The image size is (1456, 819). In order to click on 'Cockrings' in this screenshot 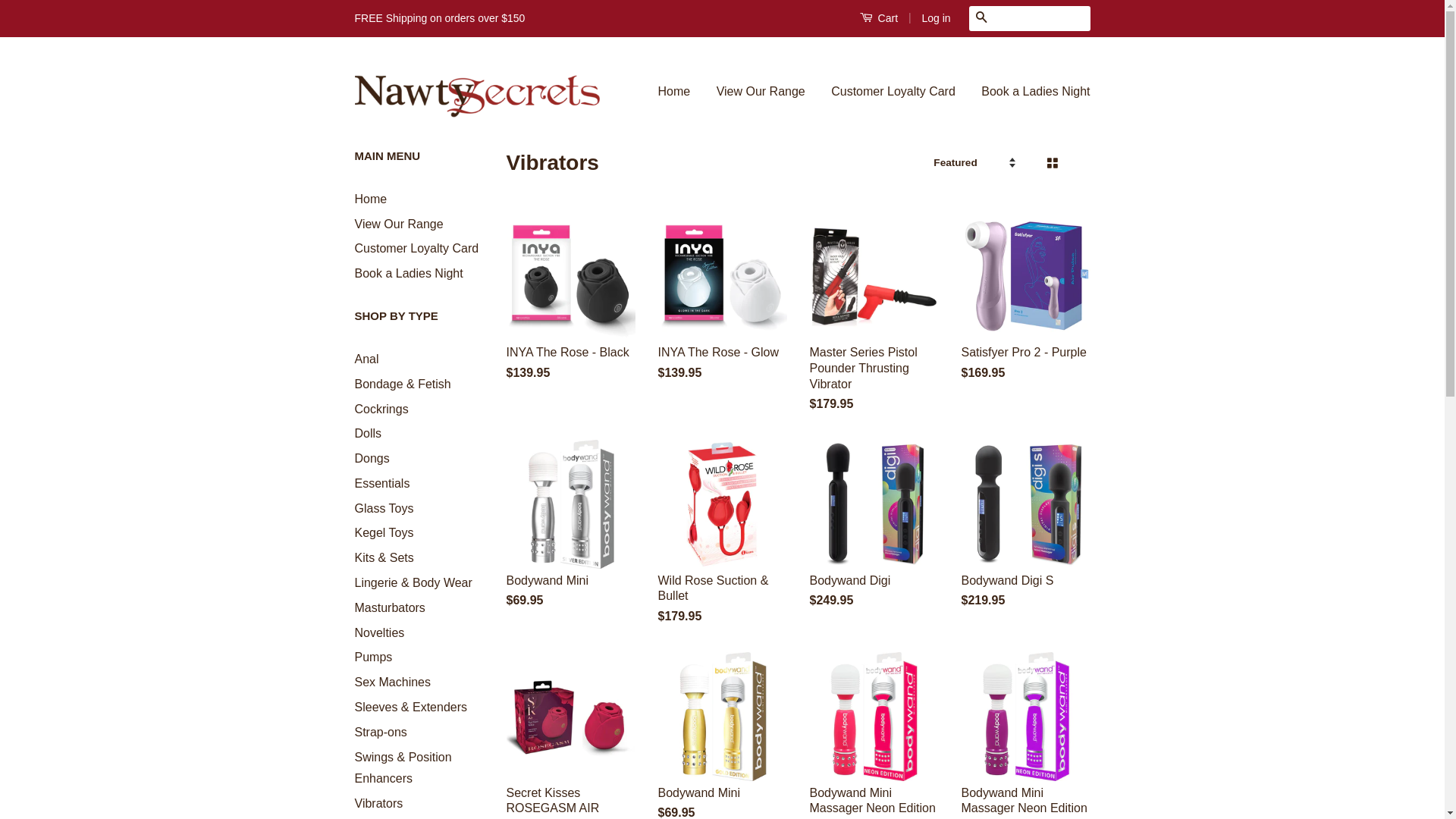, I will do `click(381, 407)`.